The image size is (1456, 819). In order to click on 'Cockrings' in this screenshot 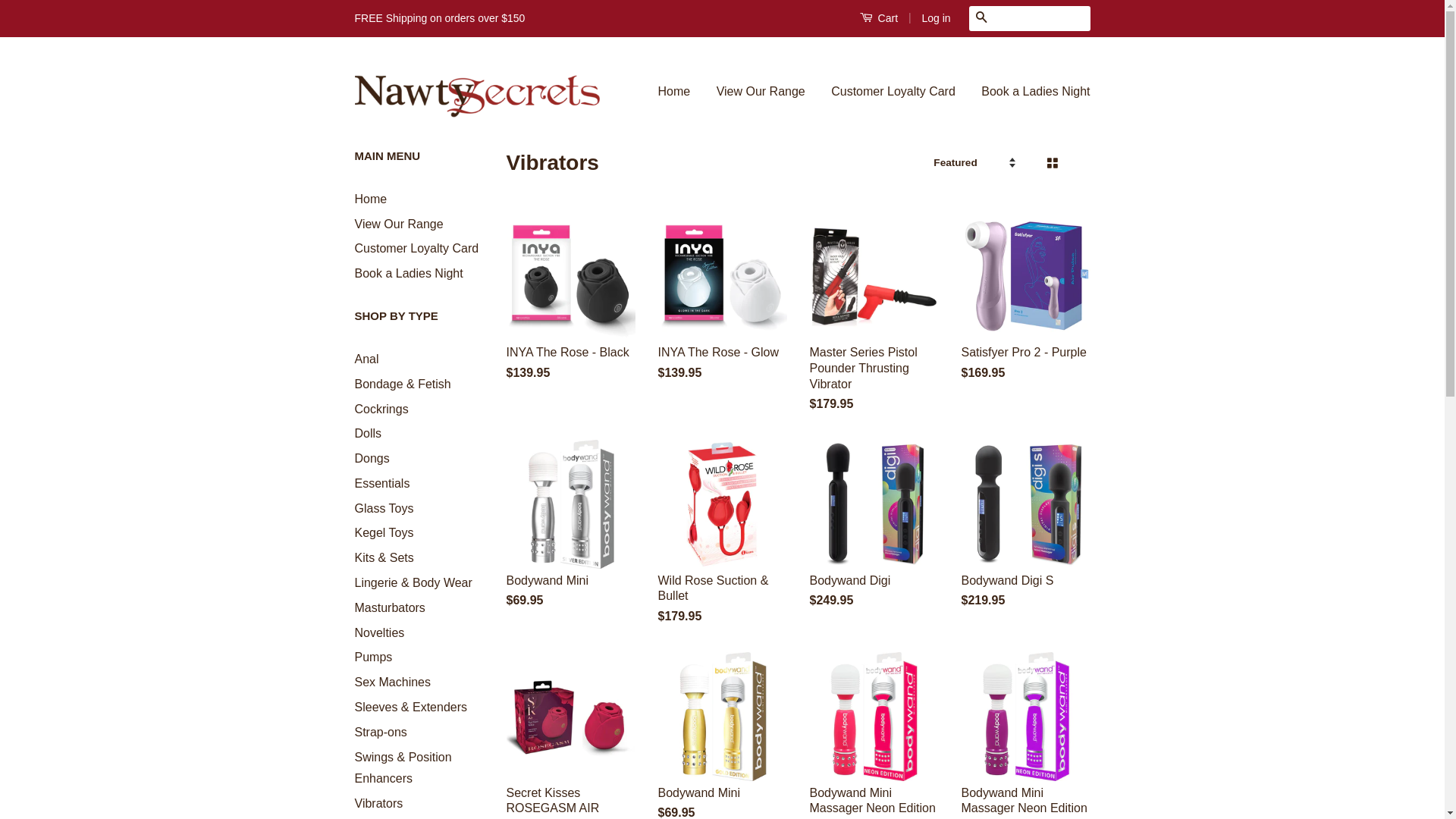, I will do `click(381, 407)`.